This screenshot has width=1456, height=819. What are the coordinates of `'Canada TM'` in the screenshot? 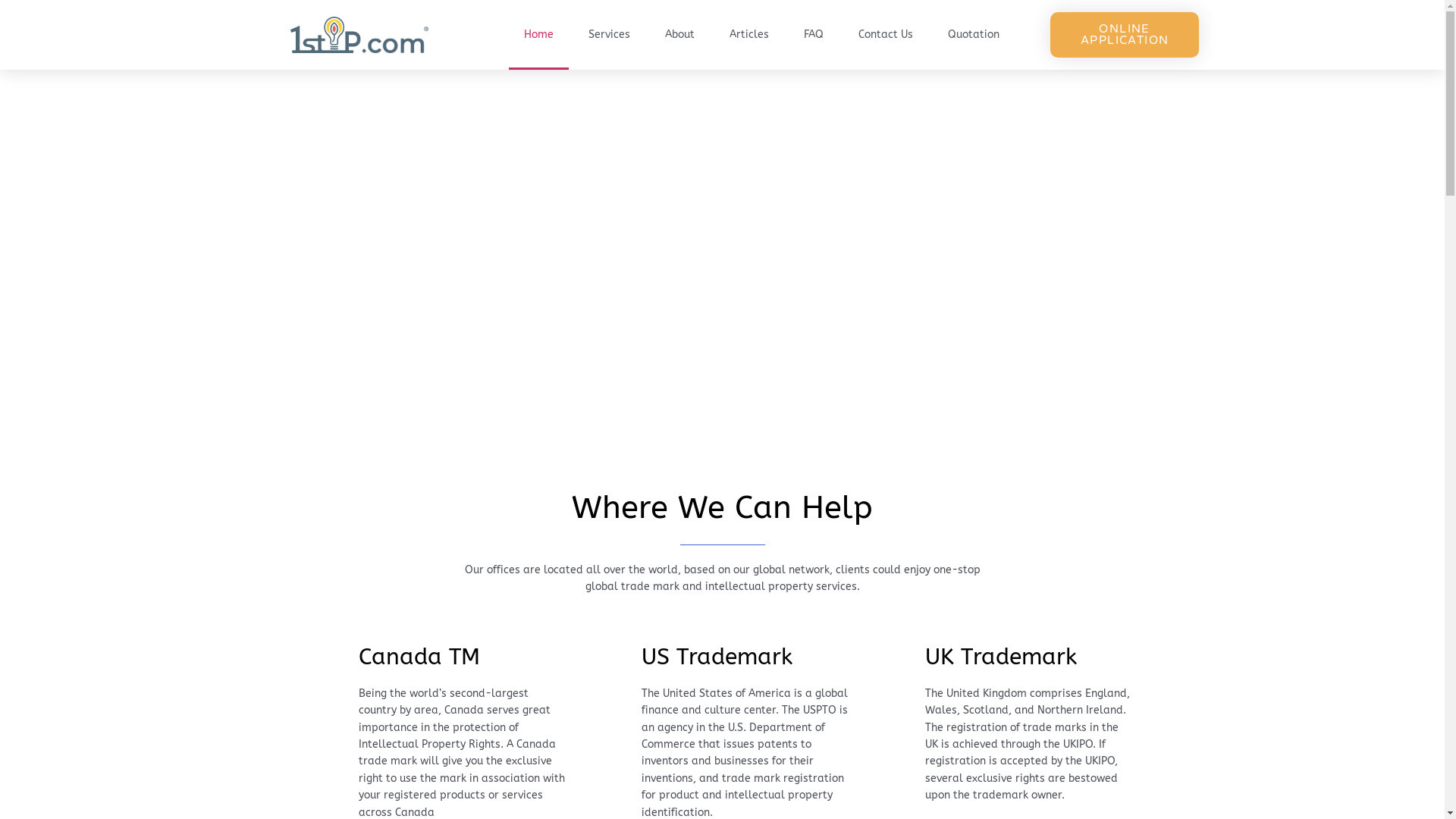 It's located at (358, 656).